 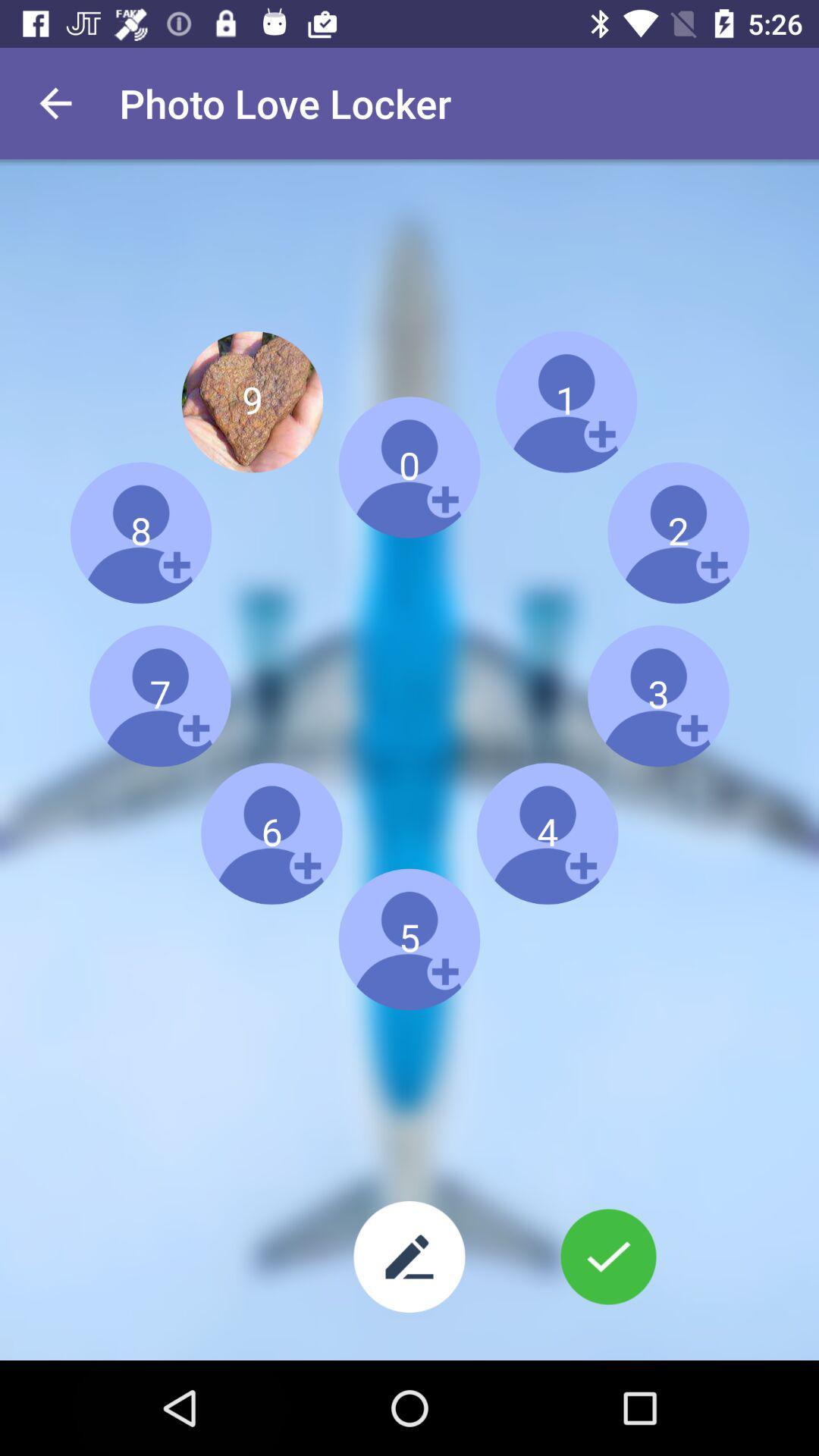 What do you see at coordinates (607, 1257) in the screenshot?
I see `photo` at bounding box center [607, 1257].